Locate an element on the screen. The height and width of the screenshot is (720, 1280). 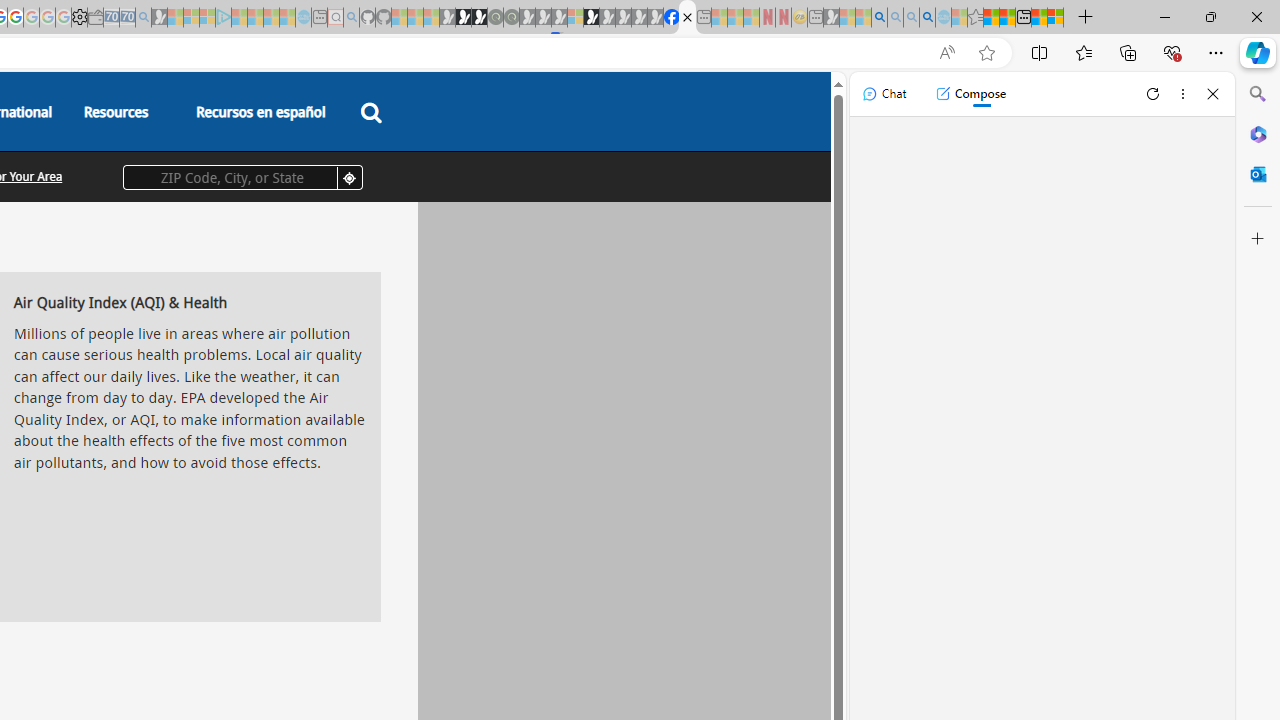
'Nordace | Facebook' is located at coordinates (672, 17).